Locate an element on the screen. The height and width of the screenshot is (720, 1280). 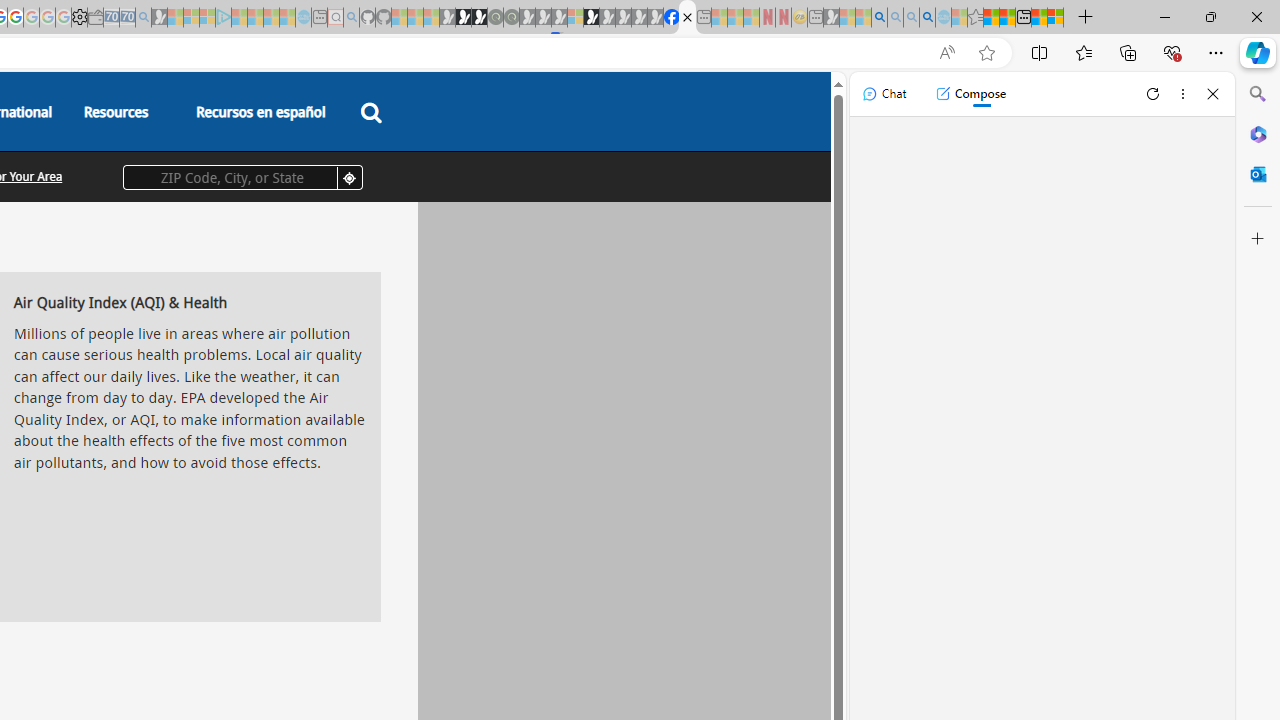
'Nordace | Facebook' is located at coordinates (672, 17).